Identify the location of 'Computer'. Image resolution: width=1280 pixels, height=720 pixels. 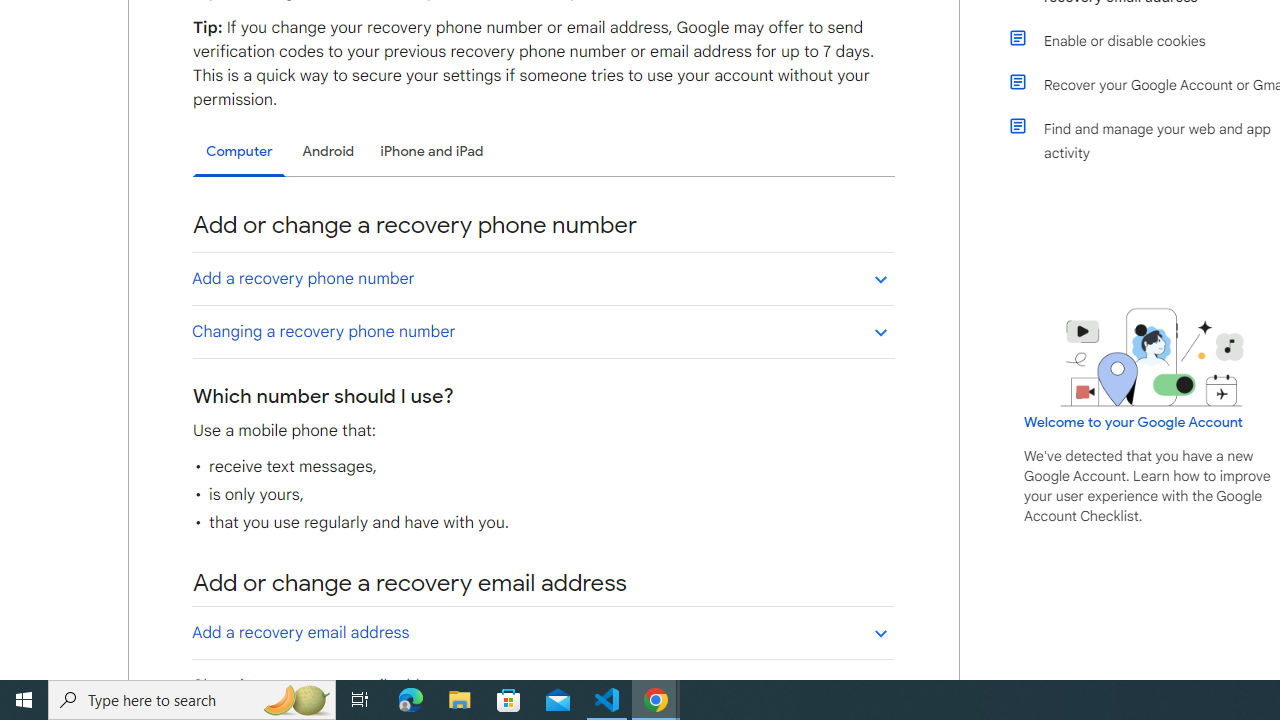
(239, 151).